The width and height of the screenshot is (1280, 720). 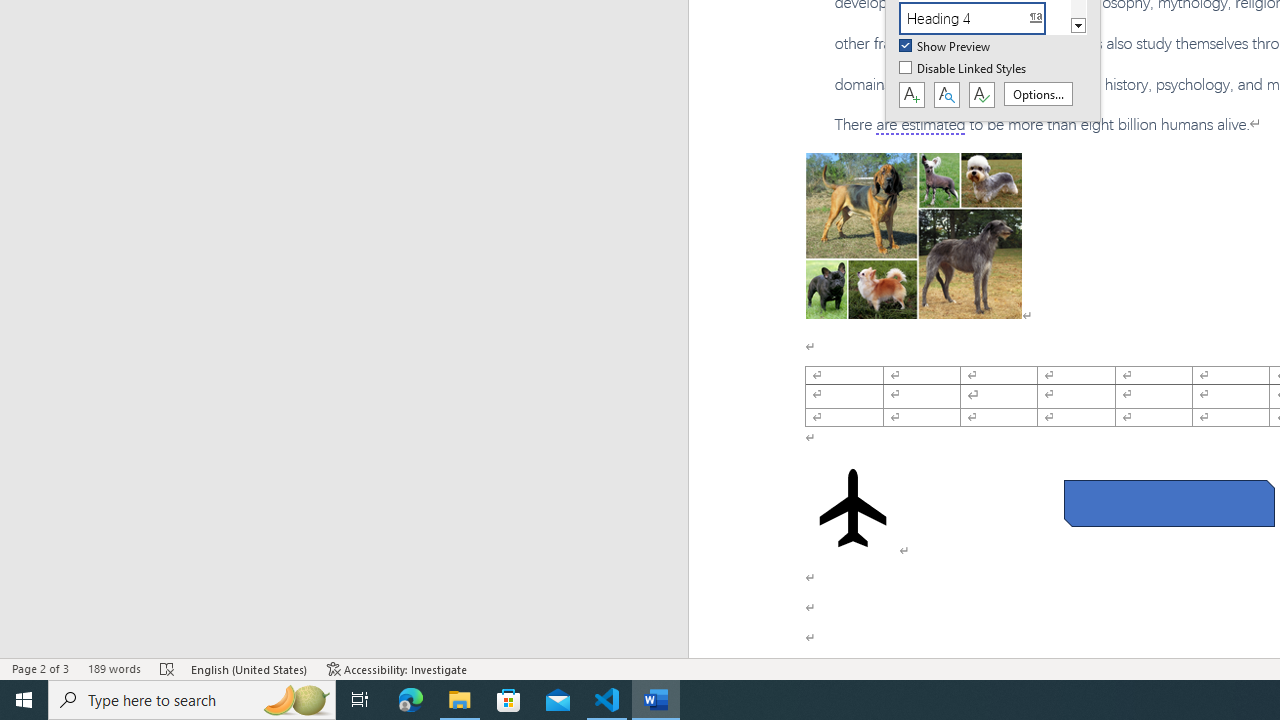 What do you see at coordinates (249, 669) in the screenshot?
I see `'Language English (United States)'` at bounding box center [249, 669].